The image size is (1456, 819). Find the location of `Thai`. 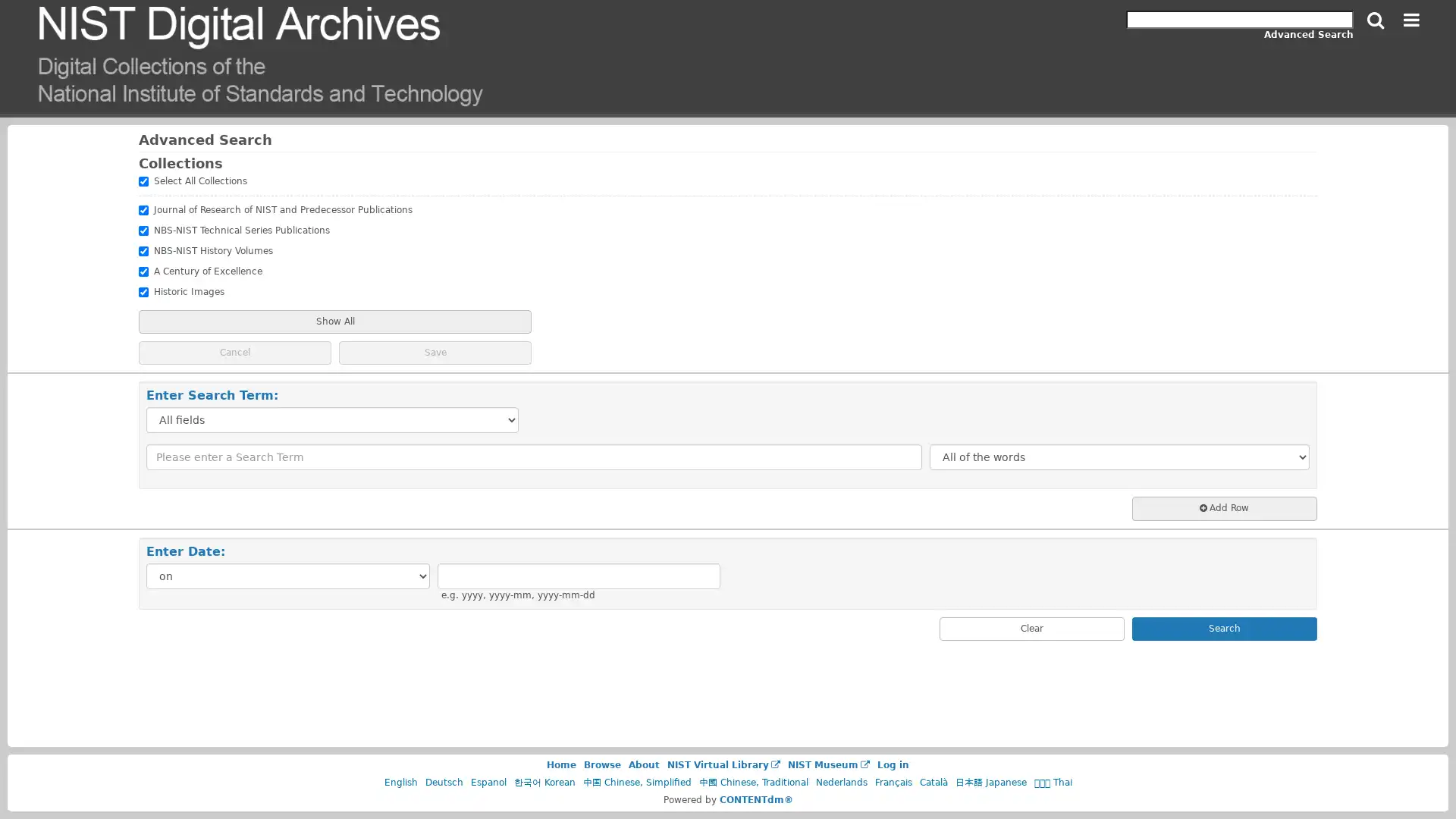

Thai is located at coordinates (1051, 783).